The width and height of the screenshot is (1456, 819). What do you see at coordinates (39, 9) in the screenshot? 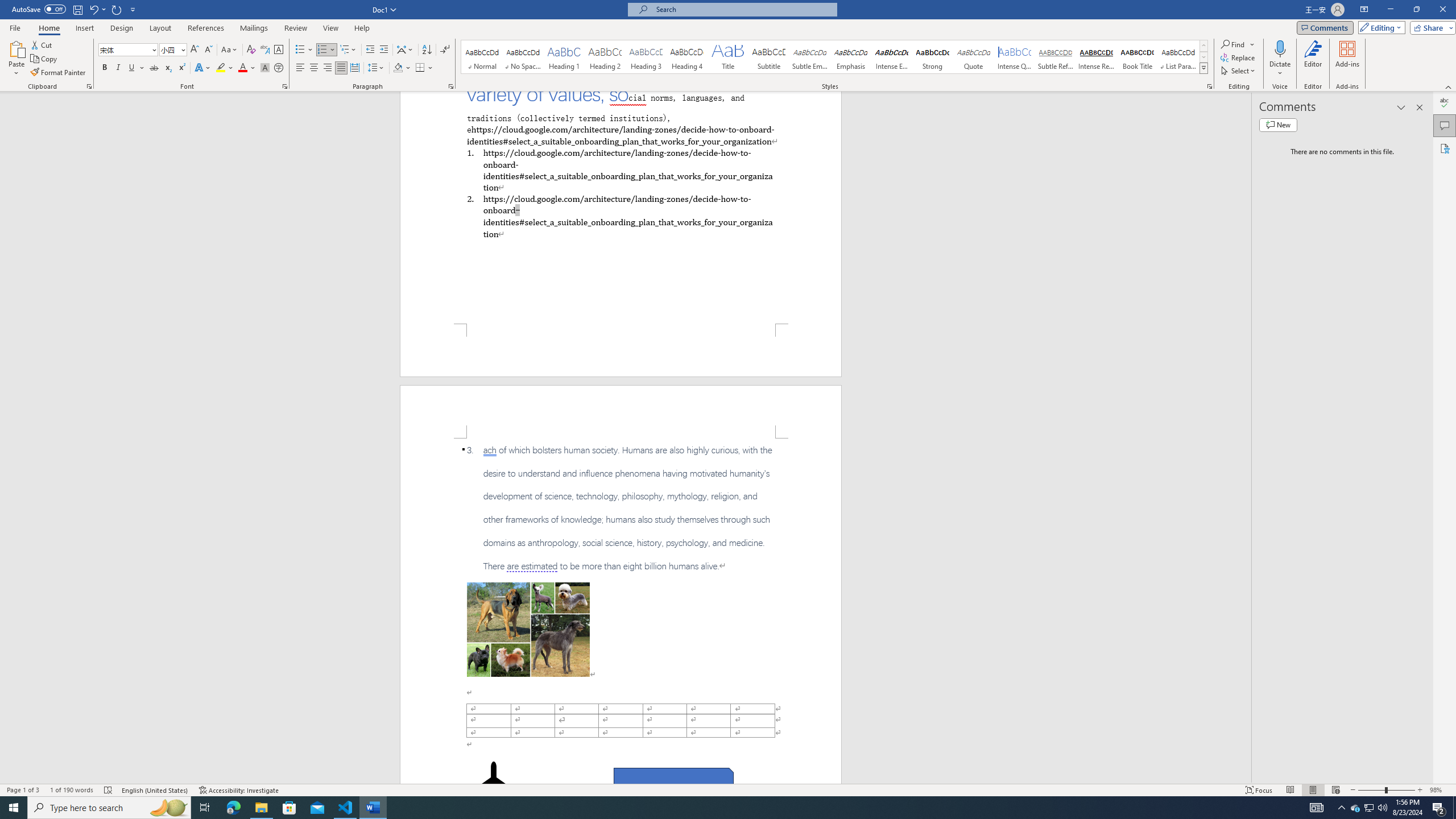
I see `'AutoSave'` at bounding box center [39, 9].